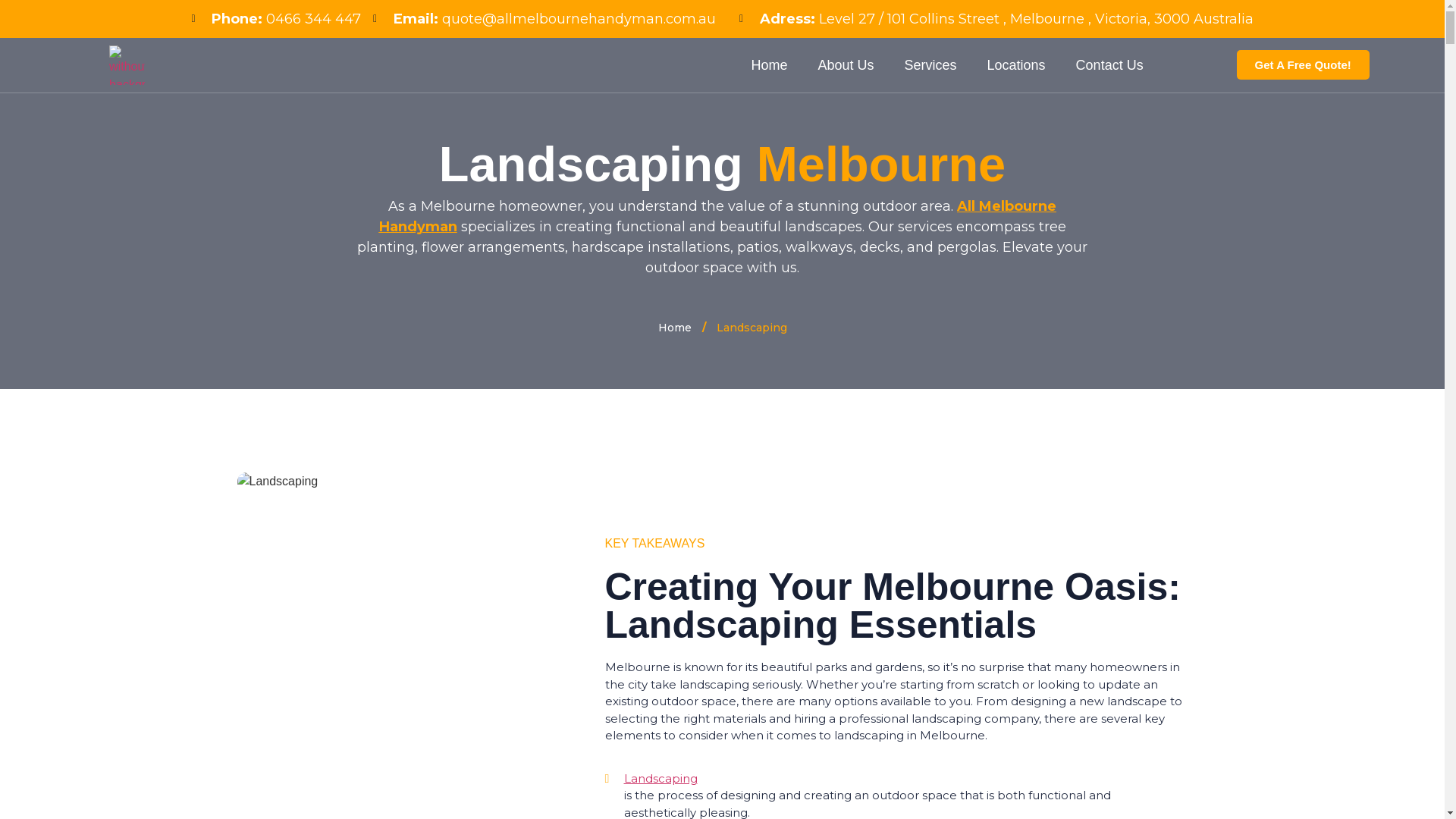 This screenshot has width=1456, height=819. I want to click on 'All Melbourne Handyman', so click(717, 216).